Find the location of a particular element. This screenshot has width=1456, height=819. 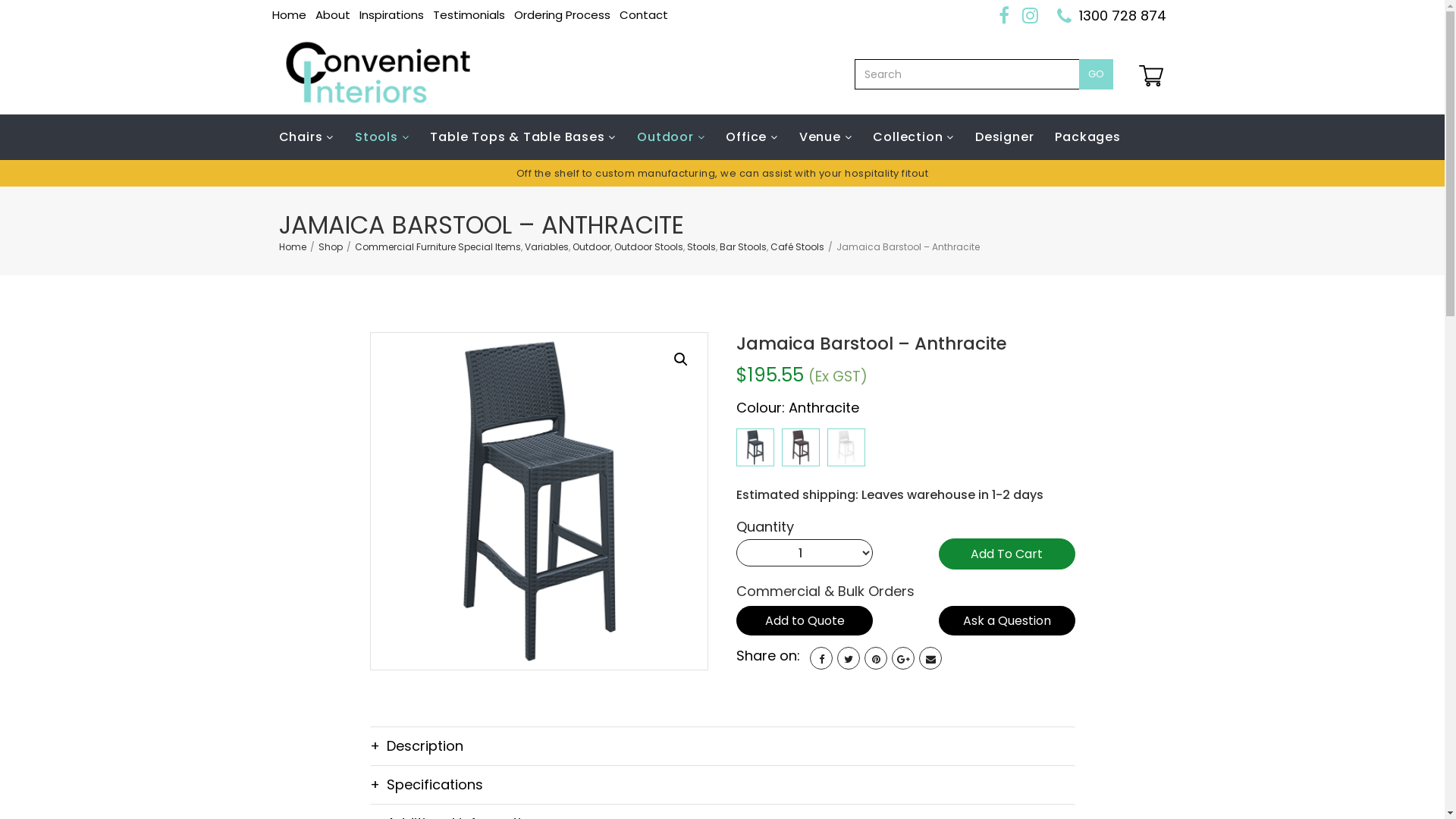

'Shop' is located at coordinates (330, 246).